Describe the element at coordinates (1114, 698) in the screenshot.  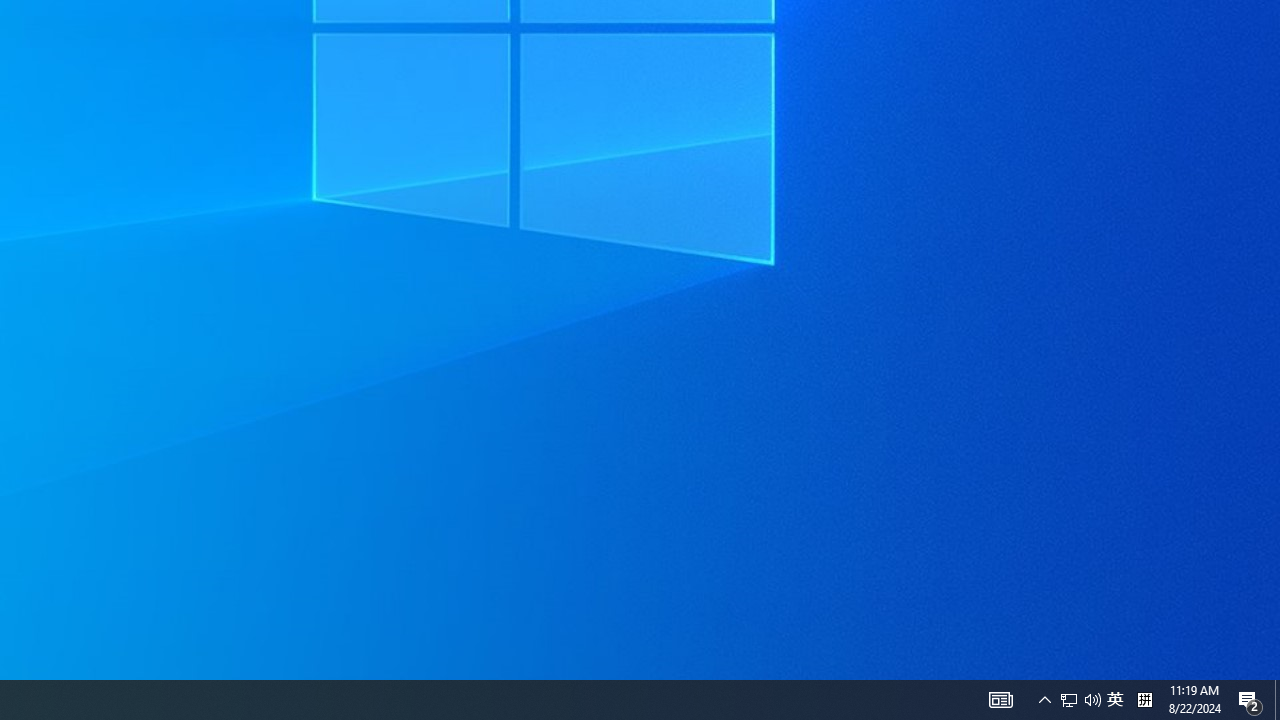
I see `'Tray Input Indicator - Chinese (Simplified, China)'` at that location.